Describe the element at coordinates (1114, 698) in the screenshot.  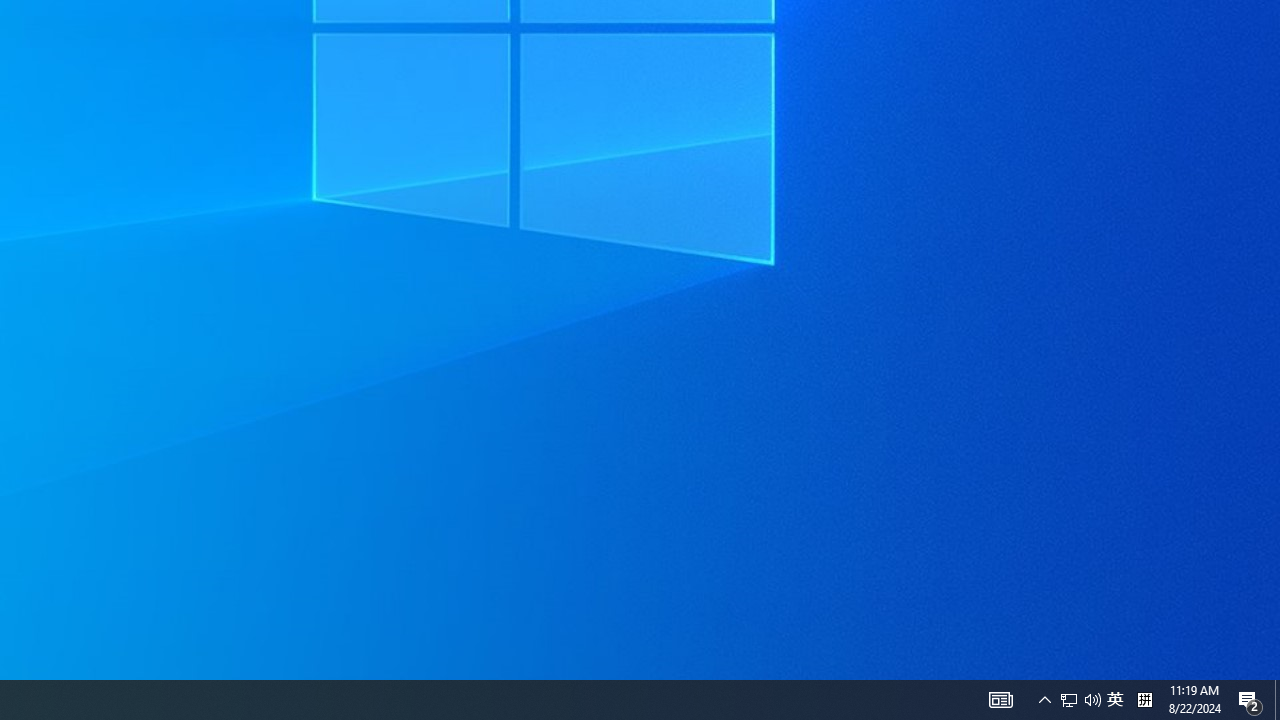
I see `'Tray Input Indicator - Chinese (Simplified, China)'` at that location.